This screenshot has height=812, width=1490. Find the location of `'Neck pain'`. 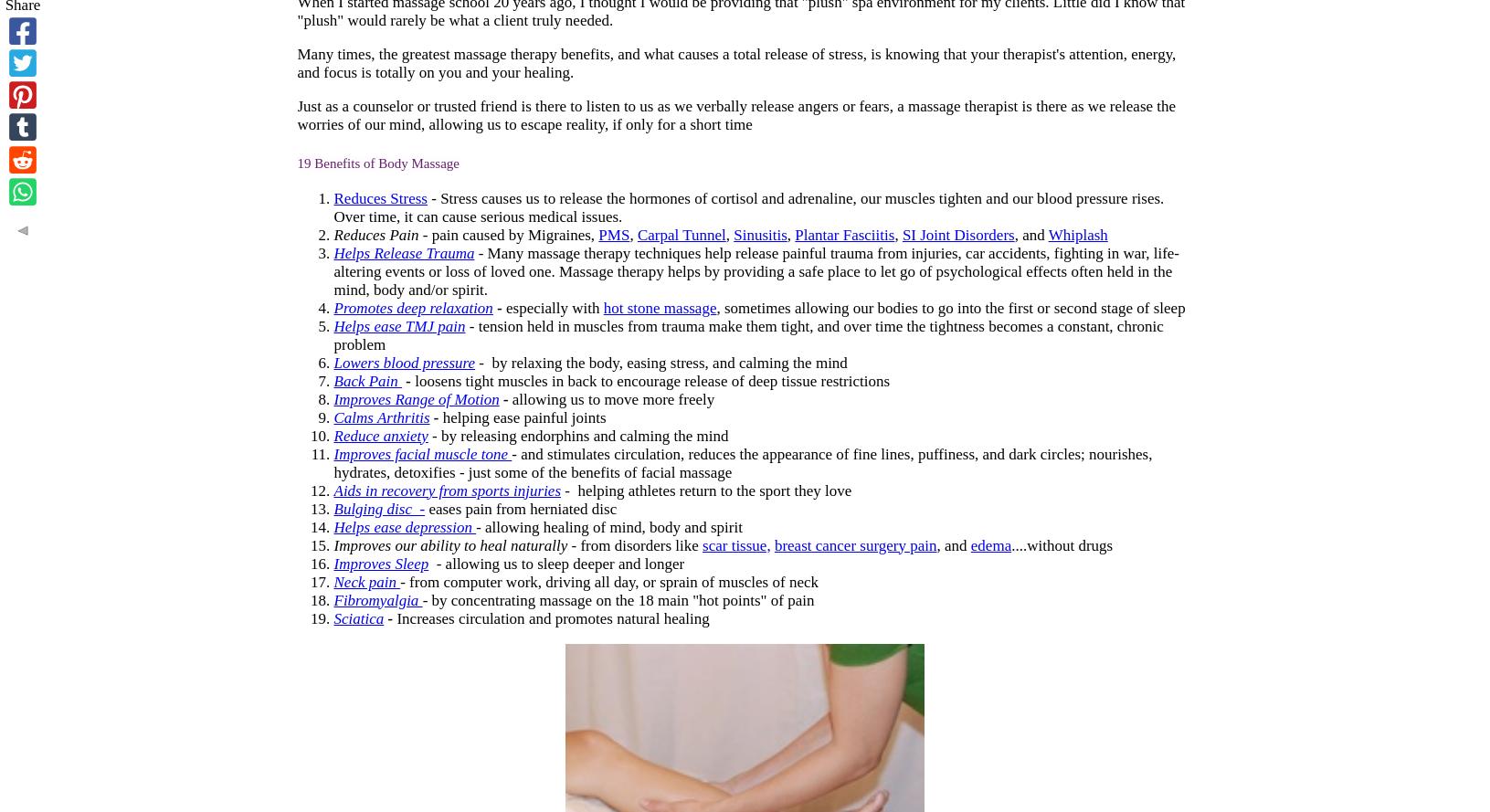

'Neck pain' is located at coordinates (333, 581).